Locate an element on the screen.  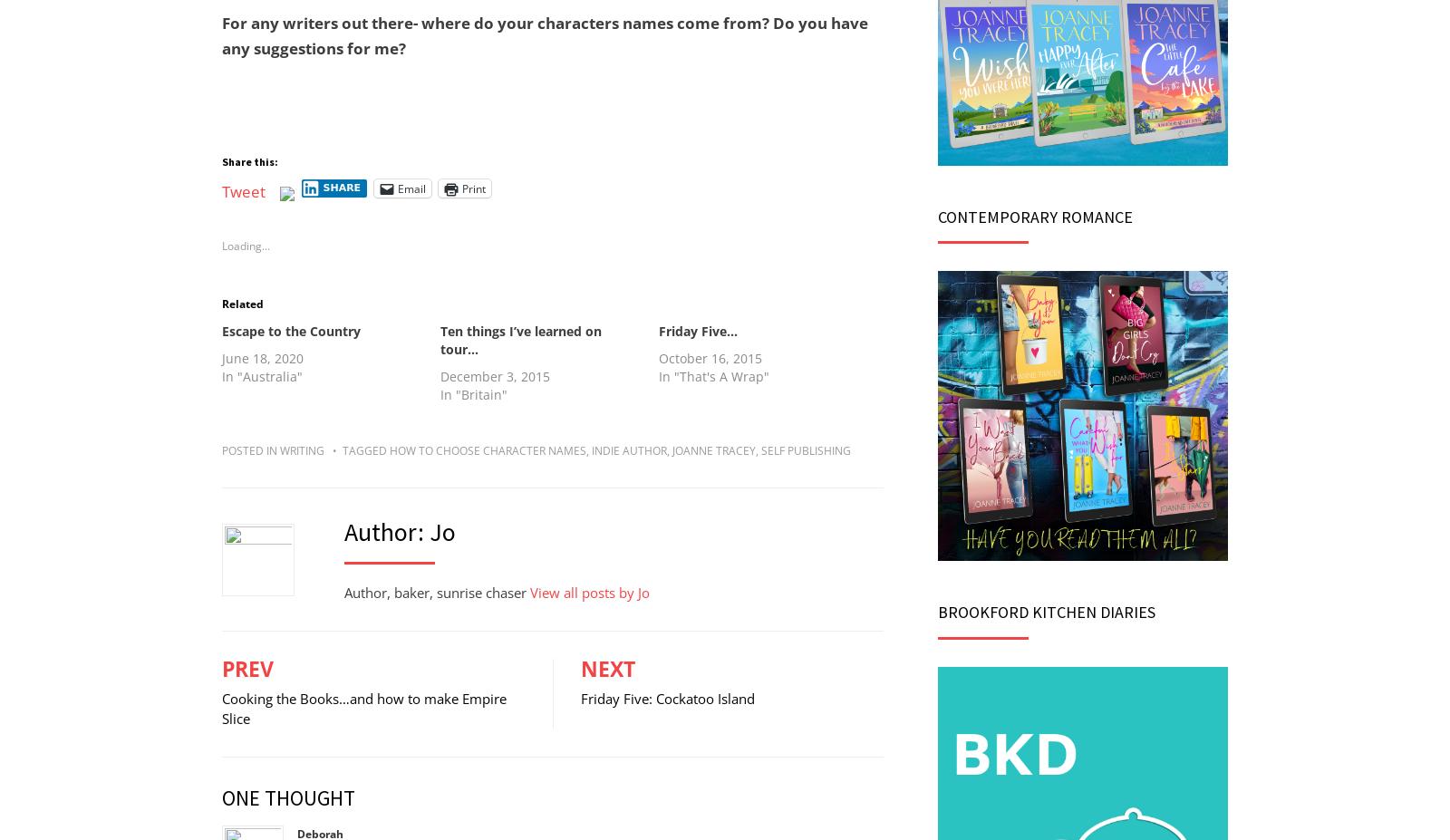
'Tagged' is located at coordinates (365, 449).